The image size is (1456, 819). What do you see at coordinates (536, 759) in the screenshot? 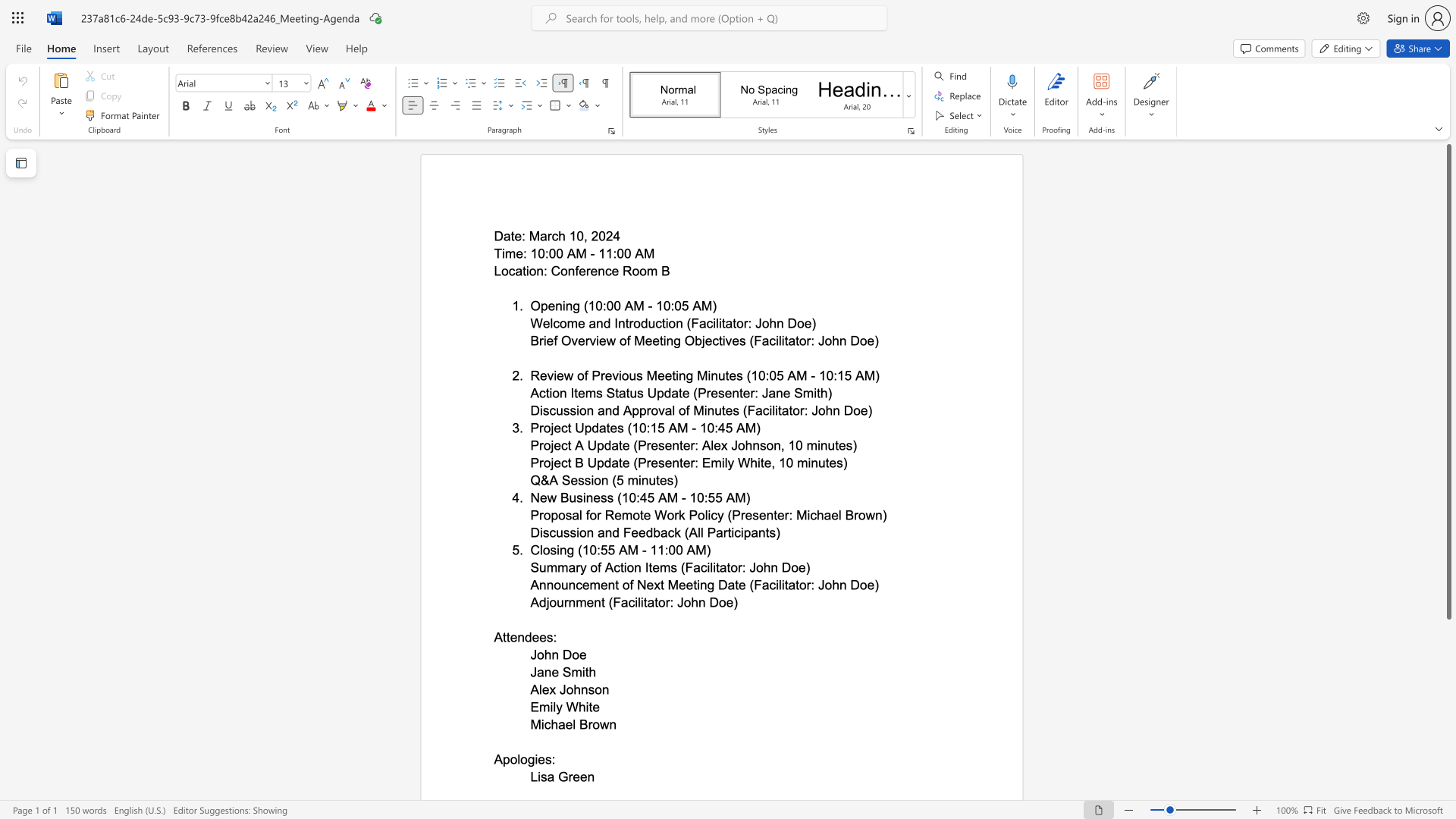
I see `the 1th character "i" in the text` at bounding box center [536, 759].